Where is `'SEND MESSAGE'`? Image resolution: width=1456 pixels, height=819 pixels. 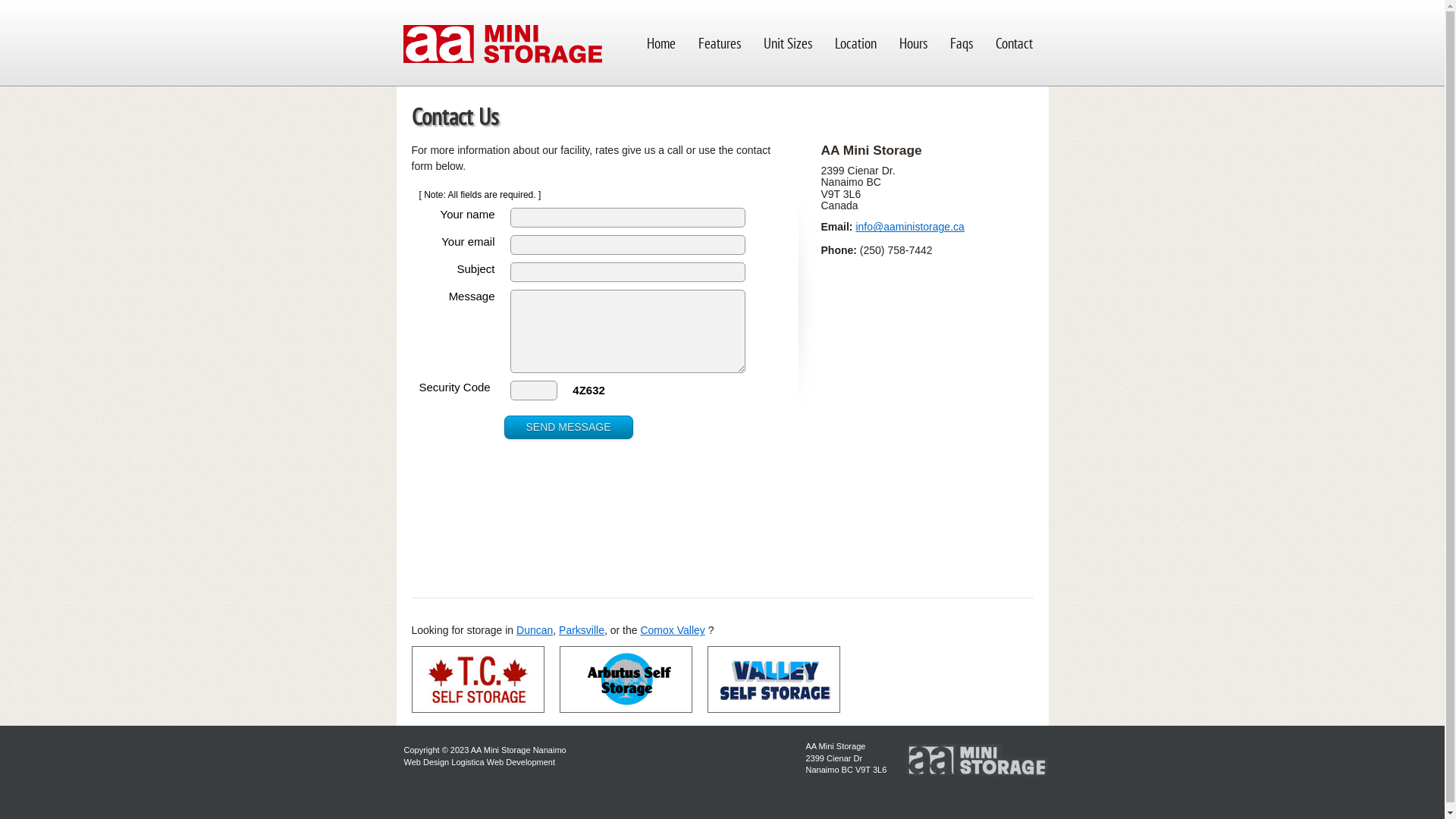 'SEND MESSAGE' is located at coordinates (566, 427).